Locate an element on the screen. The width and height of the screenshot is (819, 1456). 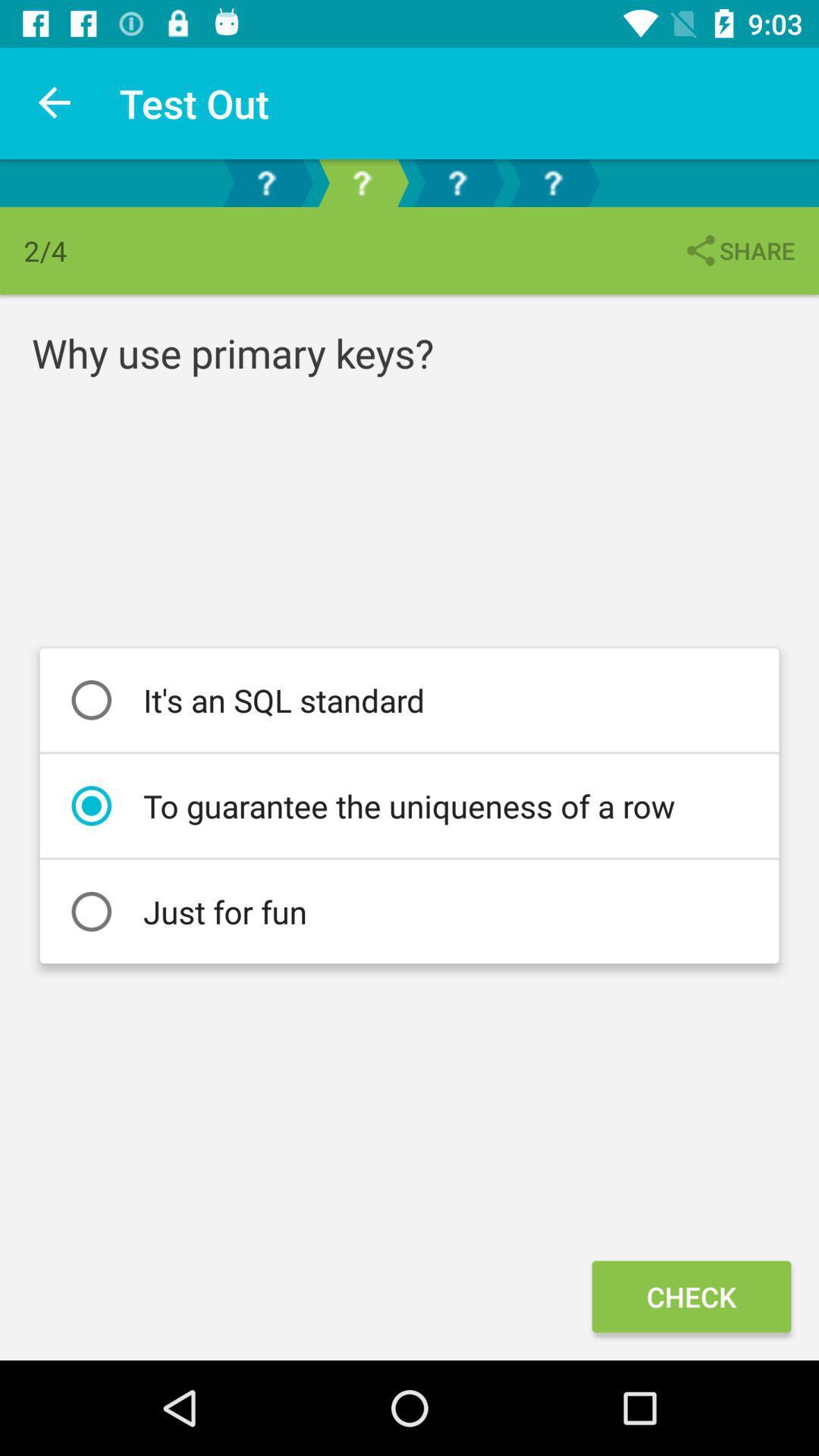
the help icon is located at coordinates (553, 182).